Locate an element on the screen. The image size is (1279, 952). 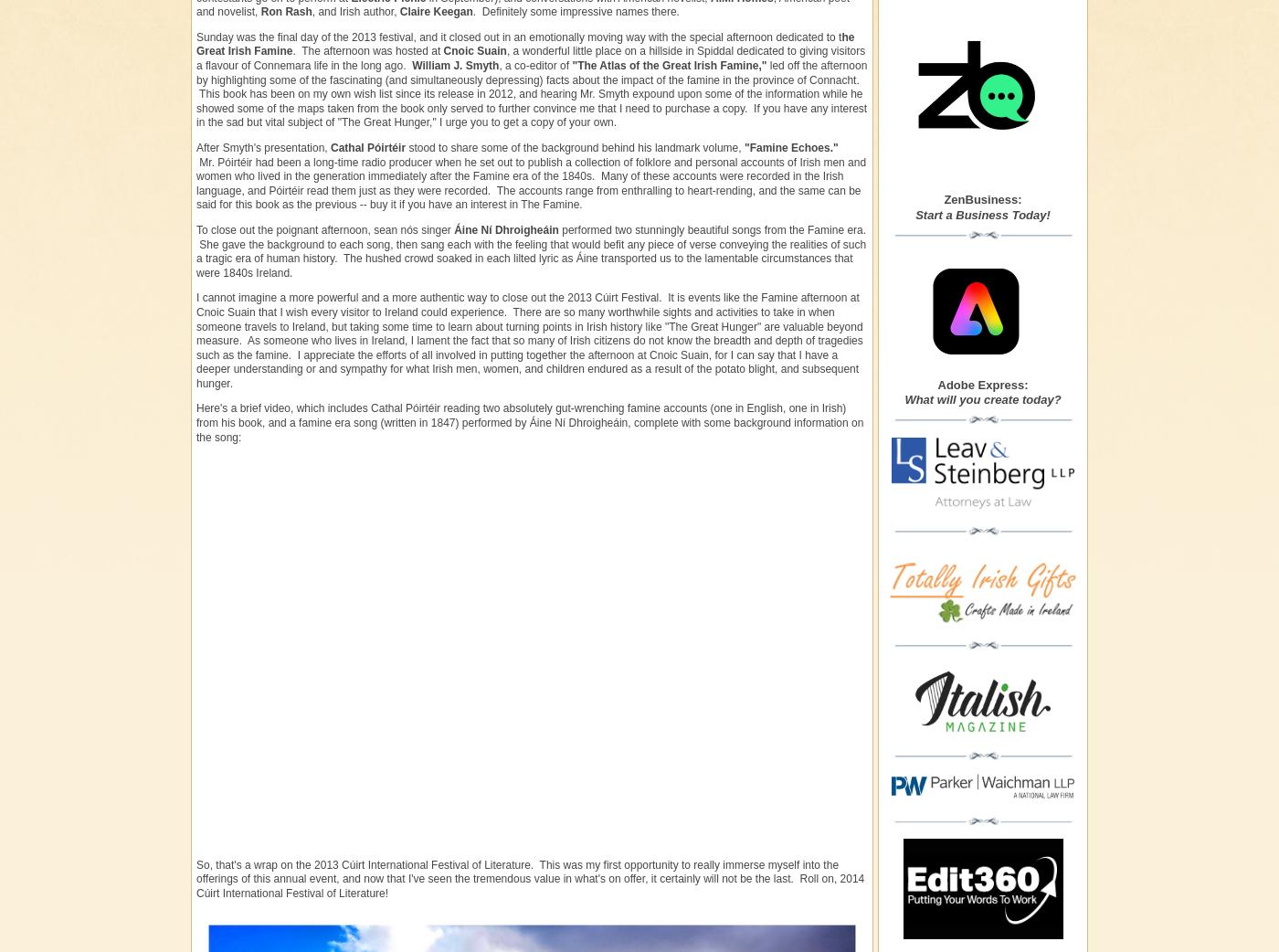
', a wonderful little place on a hillside in Spiddal dedicated to giving visitors a flavour of Connemara life in the long ago.' is located at coordinates (196, 57).